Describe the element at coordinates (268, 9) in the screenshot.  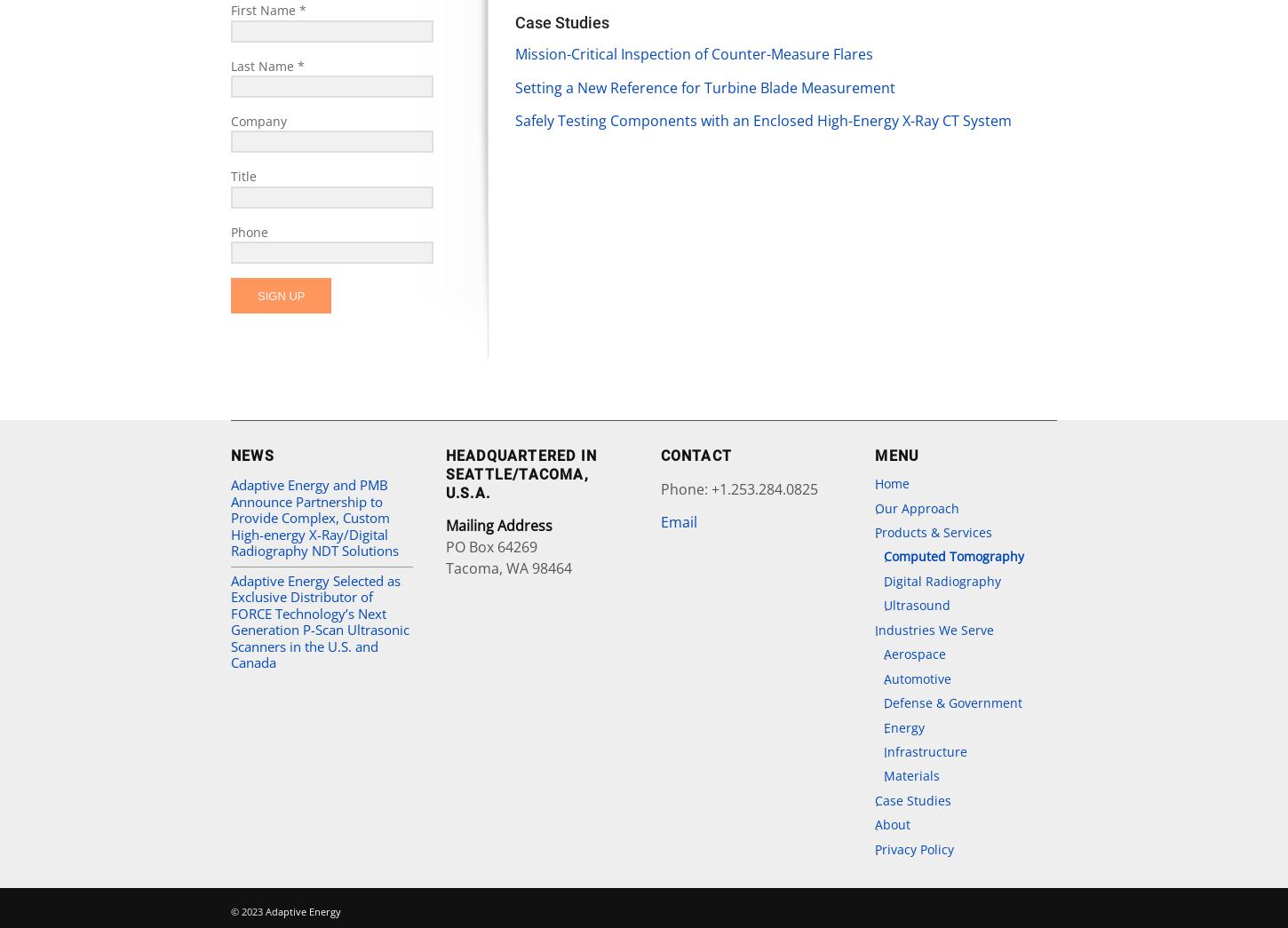
I see `'First Name *'` at that location.